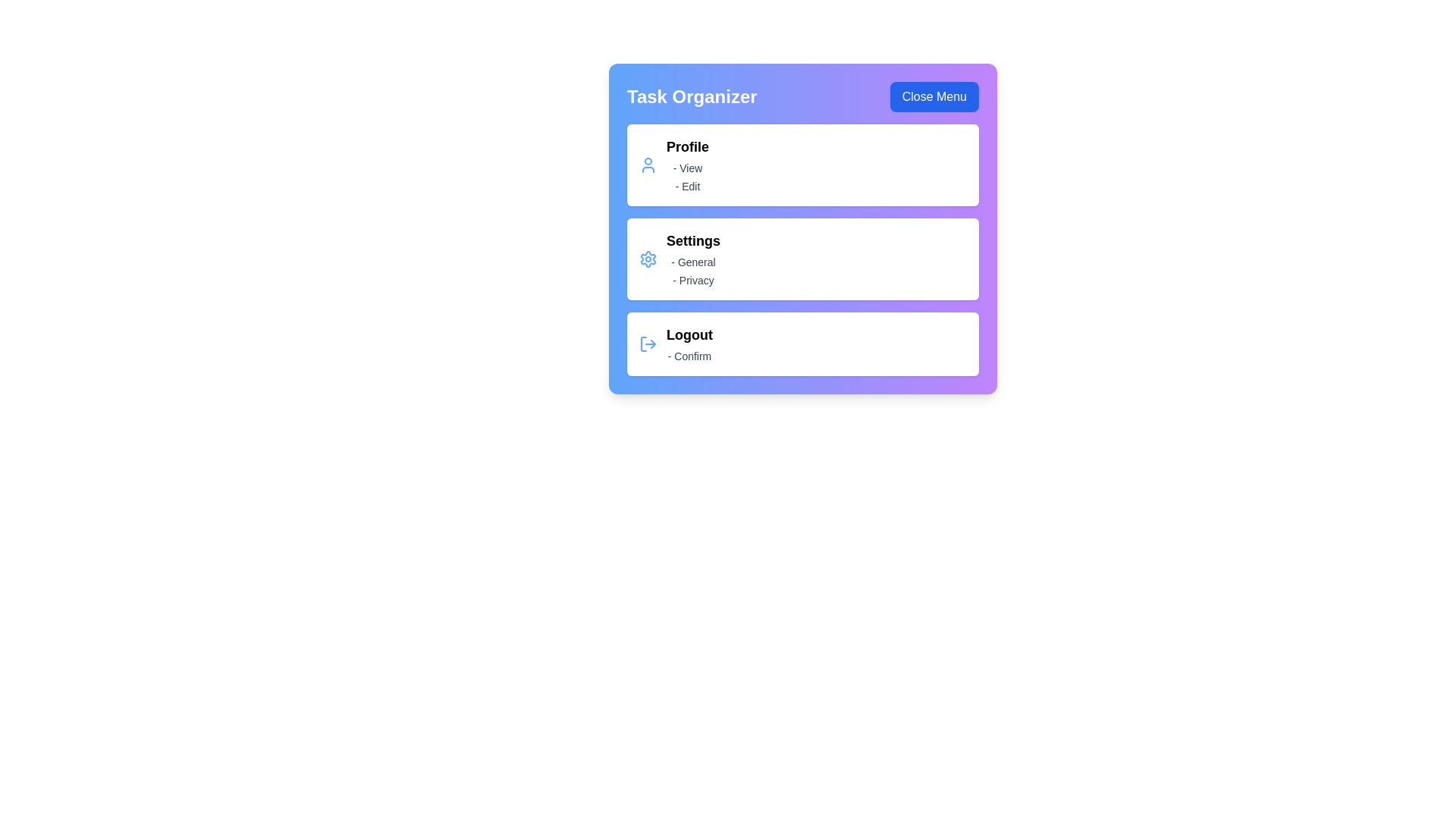 This screenshot has height=819, width=1456. What do you see at coordinates (802, 259) in the screenshot?
I see `the menu item 'Settings' to observe hover effects` at bounding box center [802, 259].